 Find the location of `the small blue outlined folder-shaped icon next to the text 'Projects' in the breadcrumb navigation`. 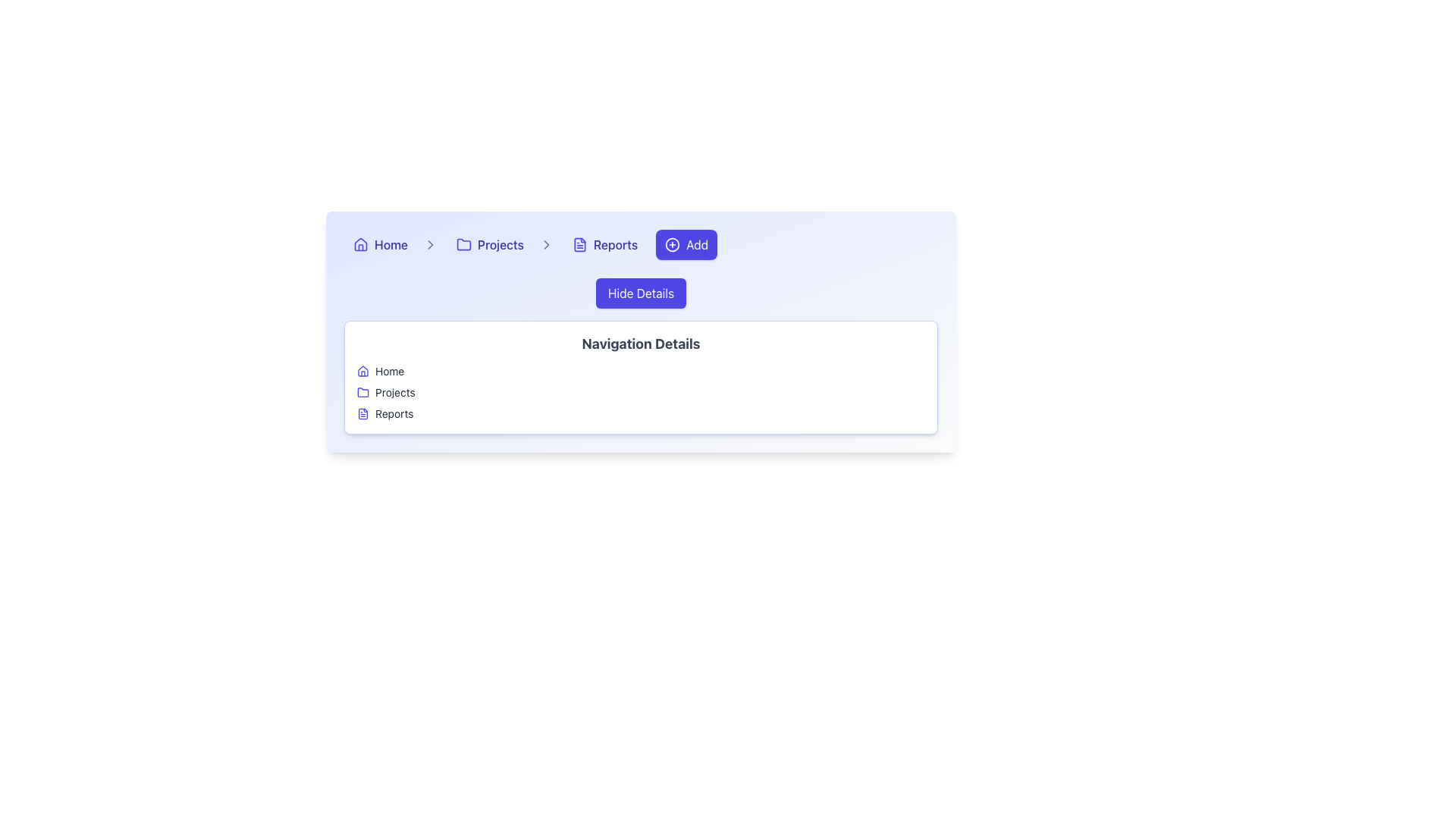

the small blue outlined folder-shaped icon next to the text 'Projects' in the breadcrumb navigation is located at coordinates (463, 244).